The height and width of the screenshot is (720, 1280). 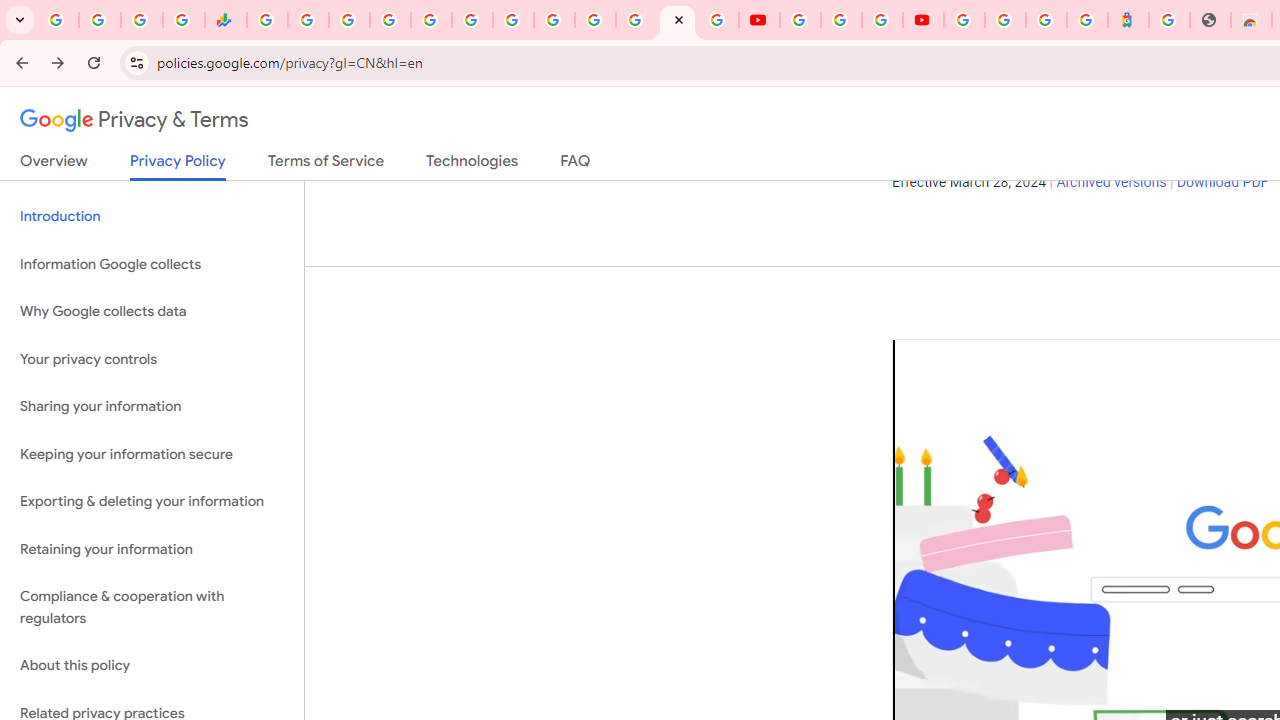 I want to click on 'Information Google collects', so click(x=151, y=263).